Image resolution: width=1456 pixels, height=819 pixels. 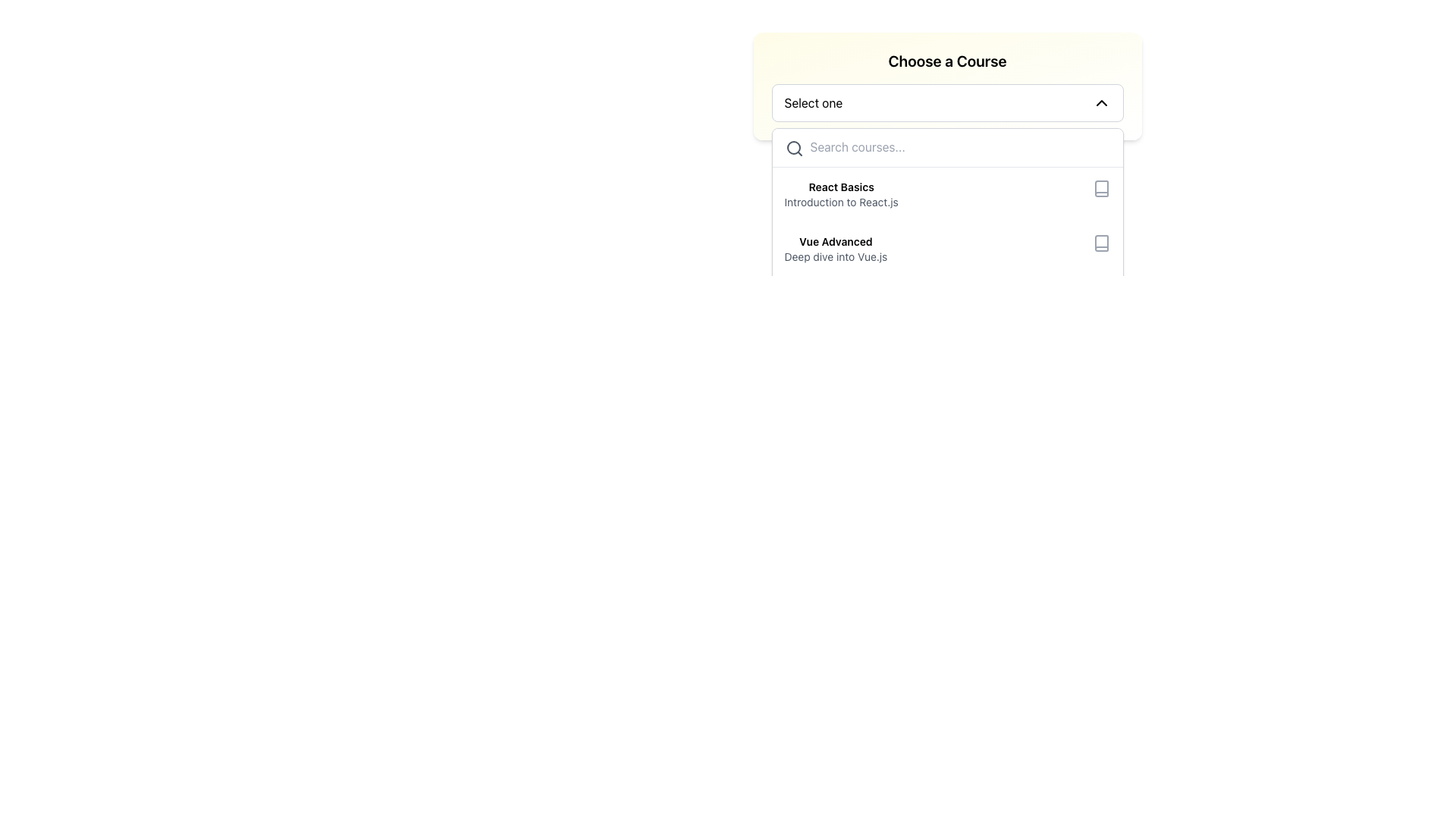 I want to click on the chevron down icon, which is a black-stroked downward arrow located on the far right of the dropdown labeled 'Select one', so click(x=1101, y=102).